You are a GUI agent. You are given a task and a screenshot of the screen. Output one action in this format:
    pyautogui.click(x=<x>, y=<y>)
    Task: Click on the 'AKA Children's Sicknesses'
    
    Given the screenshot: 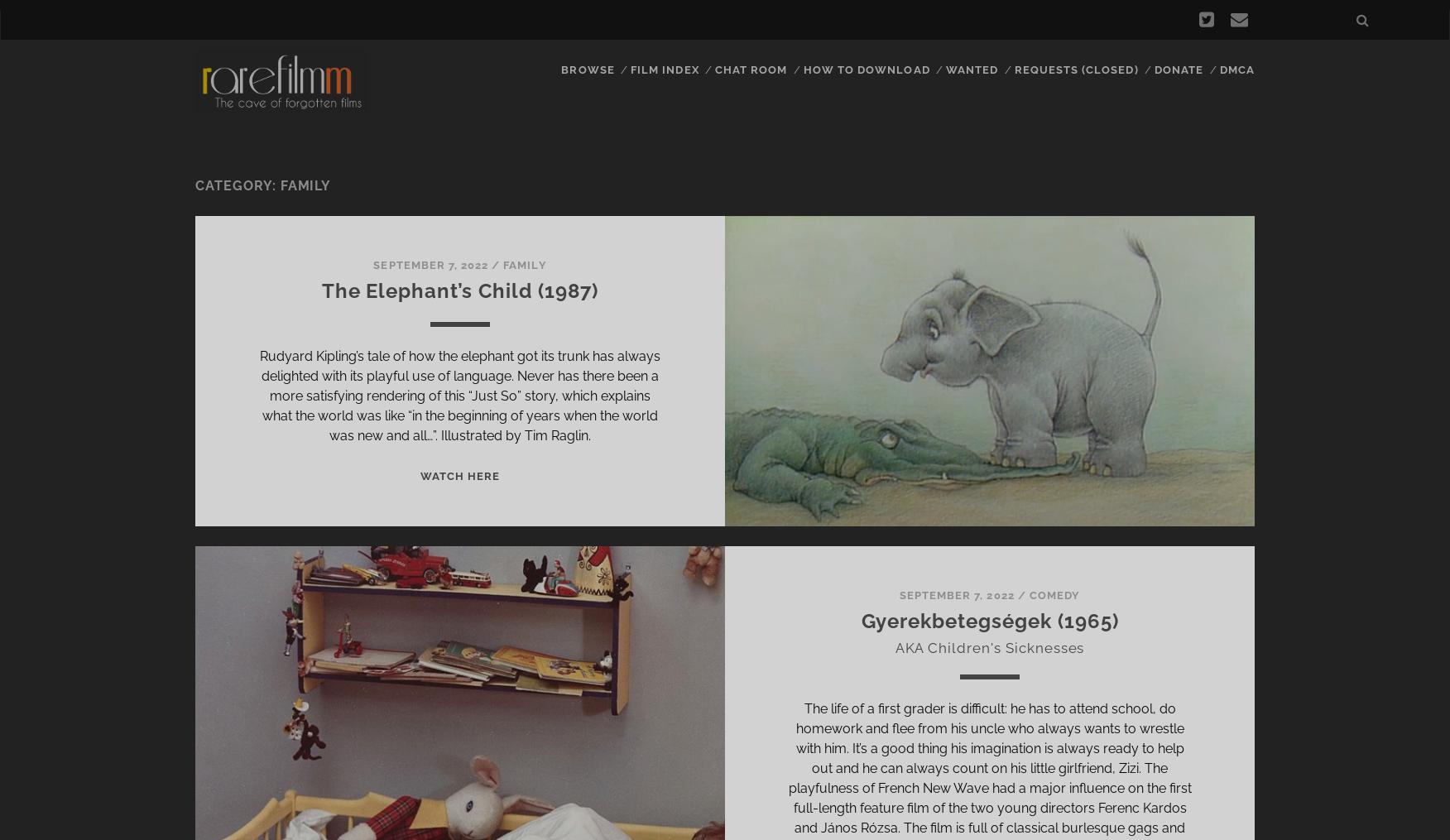 What is the action you would take?
    pyautogui.click(x=989, y=646)
    